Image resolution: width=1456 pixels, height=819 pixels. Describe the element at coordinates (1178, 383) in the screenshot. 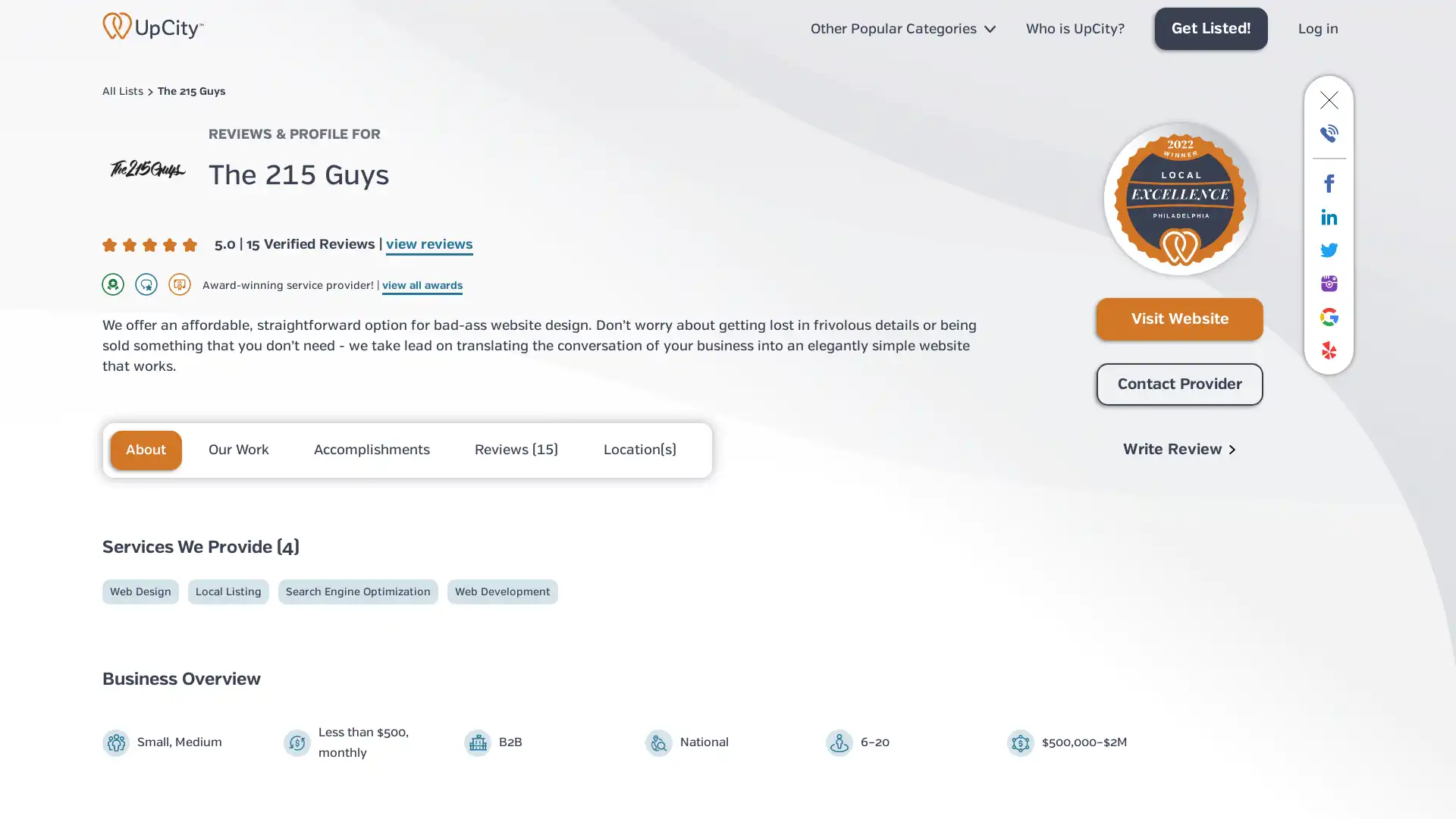

I see `Contact Provider` at that location.